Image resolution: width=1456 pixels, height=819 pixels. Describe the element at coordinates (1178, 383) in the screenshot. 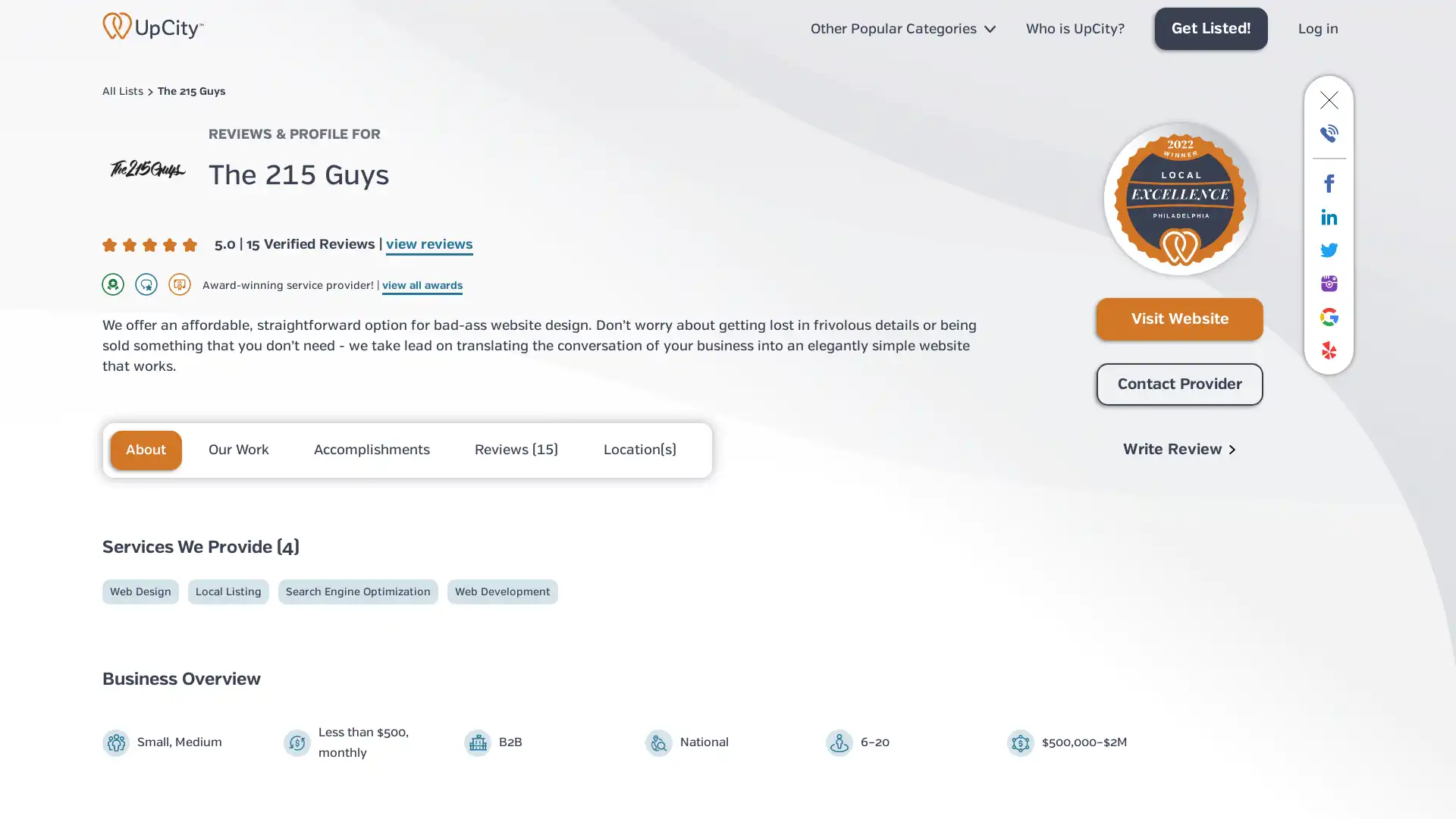

I see `Contact Provider` at that location.